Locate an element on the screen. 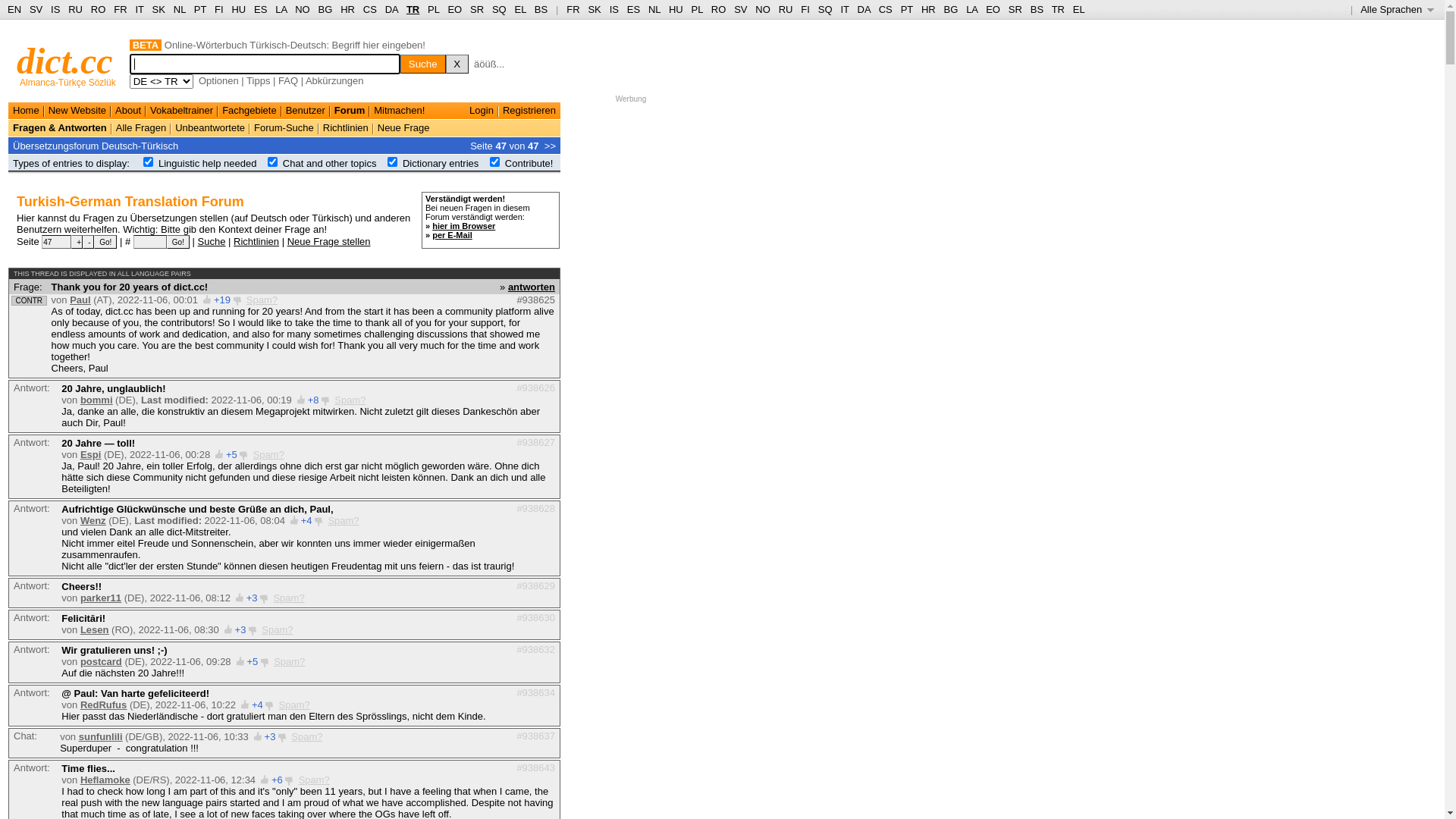 The width and height of the screenshot is (1456, 819). 'SQ' is located at coordinates (499, 9).